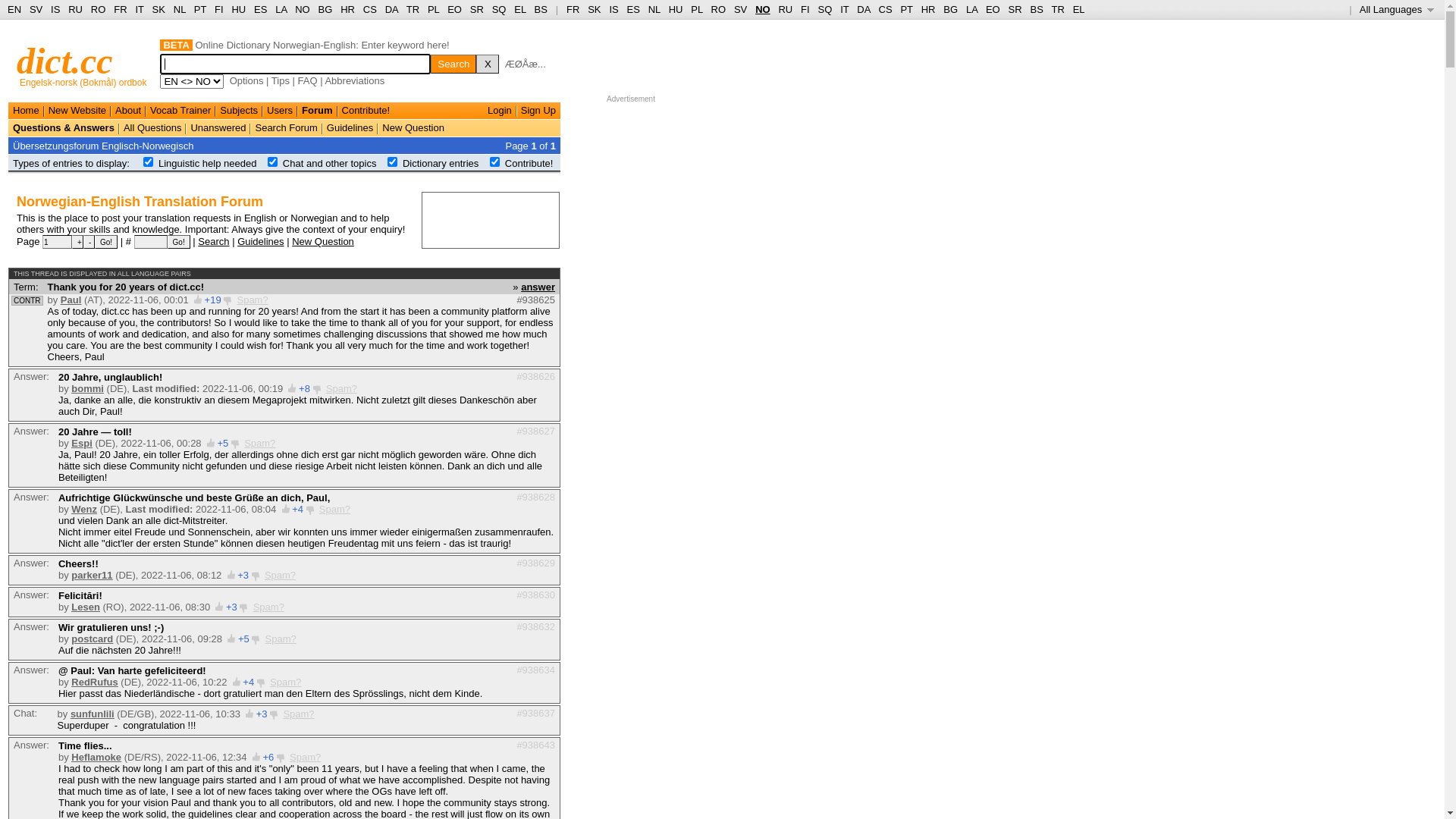 The height and width of the screenshot is (819, 1456). Describe the element at coordinates (307, 80) in the screenshot. I see `'FAQ'` at that location.